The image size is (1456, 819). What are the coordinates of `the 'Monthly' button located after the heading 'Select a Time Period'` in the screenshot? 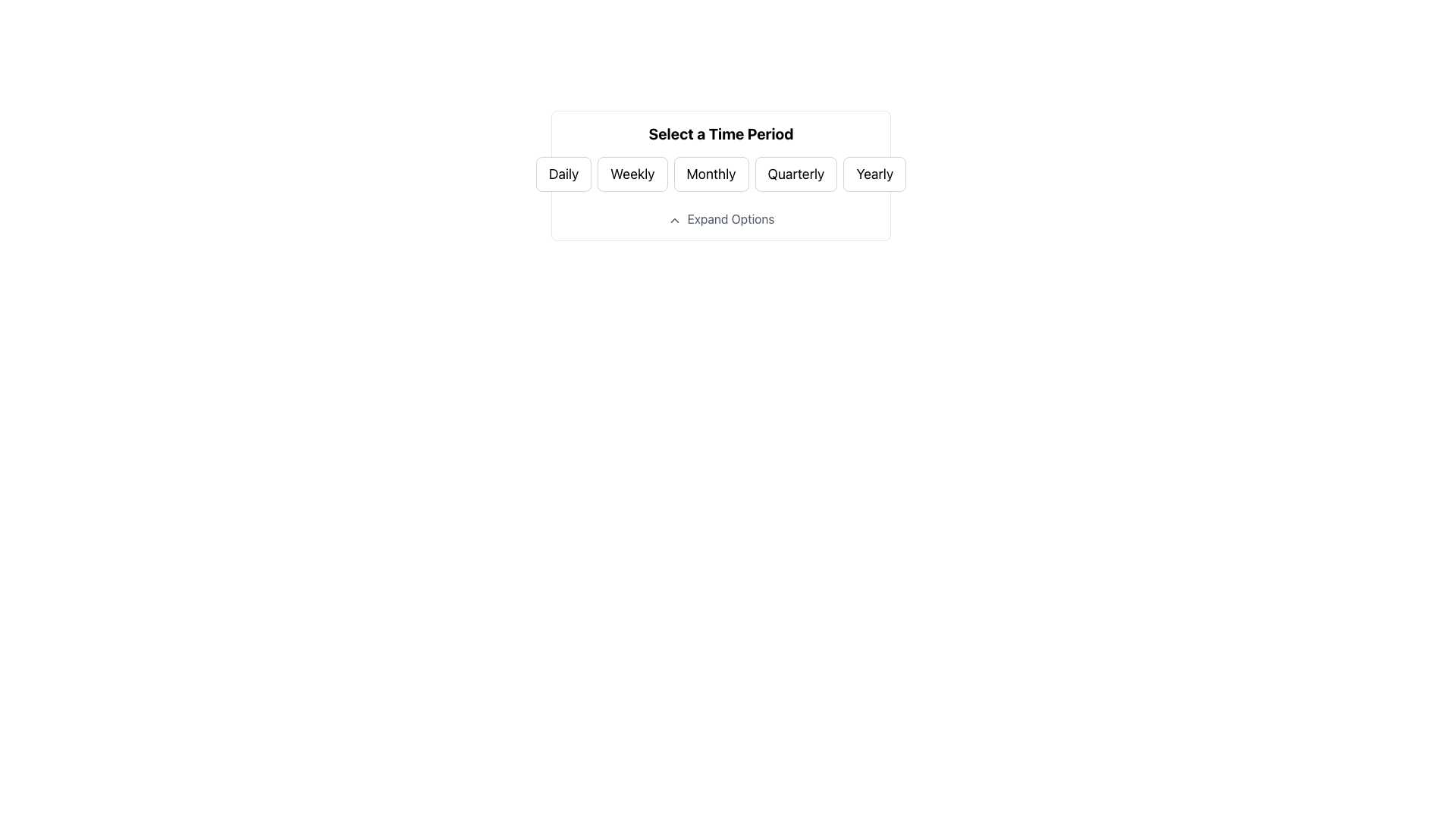 It's located at (720, 174).